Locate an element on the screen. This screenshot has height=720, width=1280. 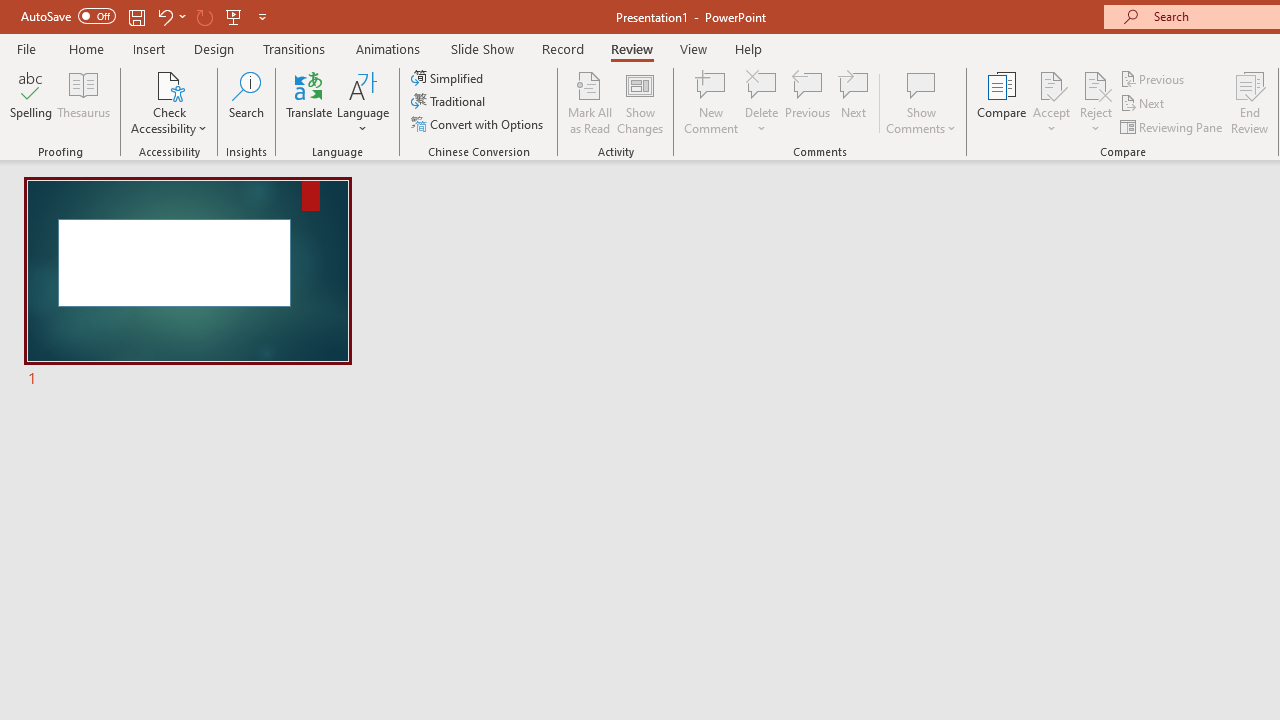
'Spelling...' is located at coordinates (31, 103).